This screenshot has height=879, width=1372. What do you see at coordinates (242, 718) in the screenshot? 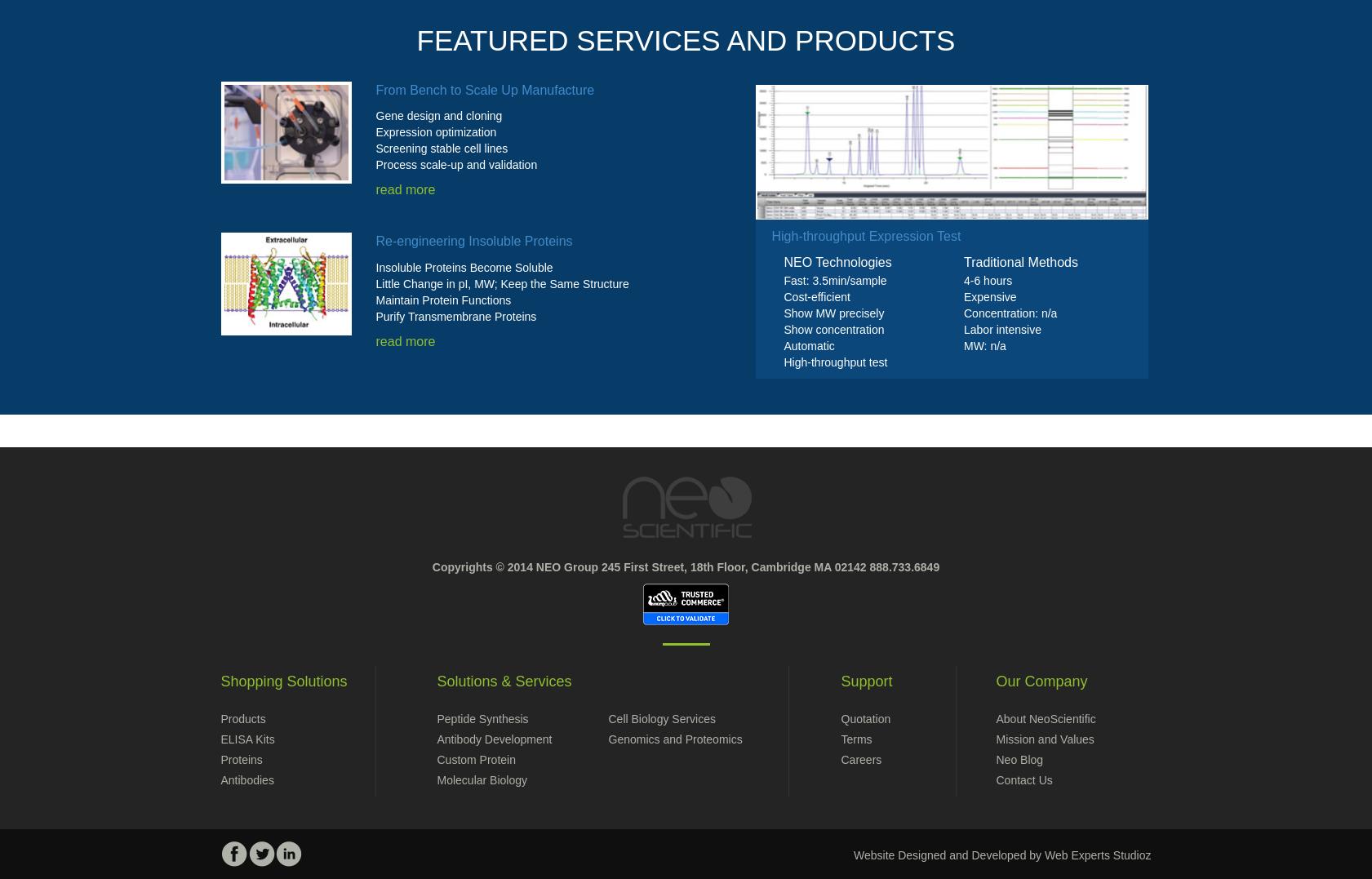
I see `'Products'` at bounding box center [242, 718].